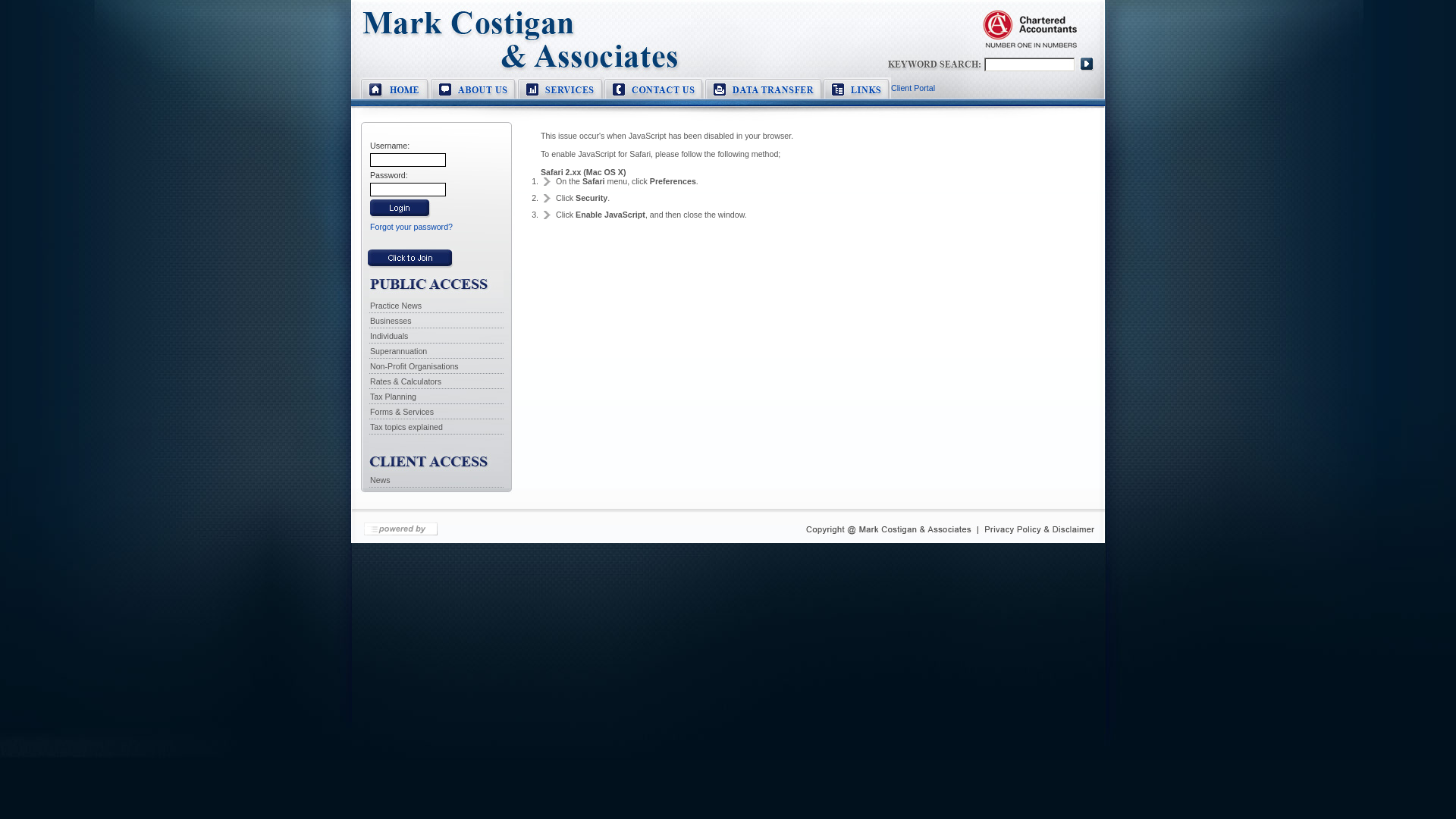  I want to click on 'Data Transfer', so click(764, 96).